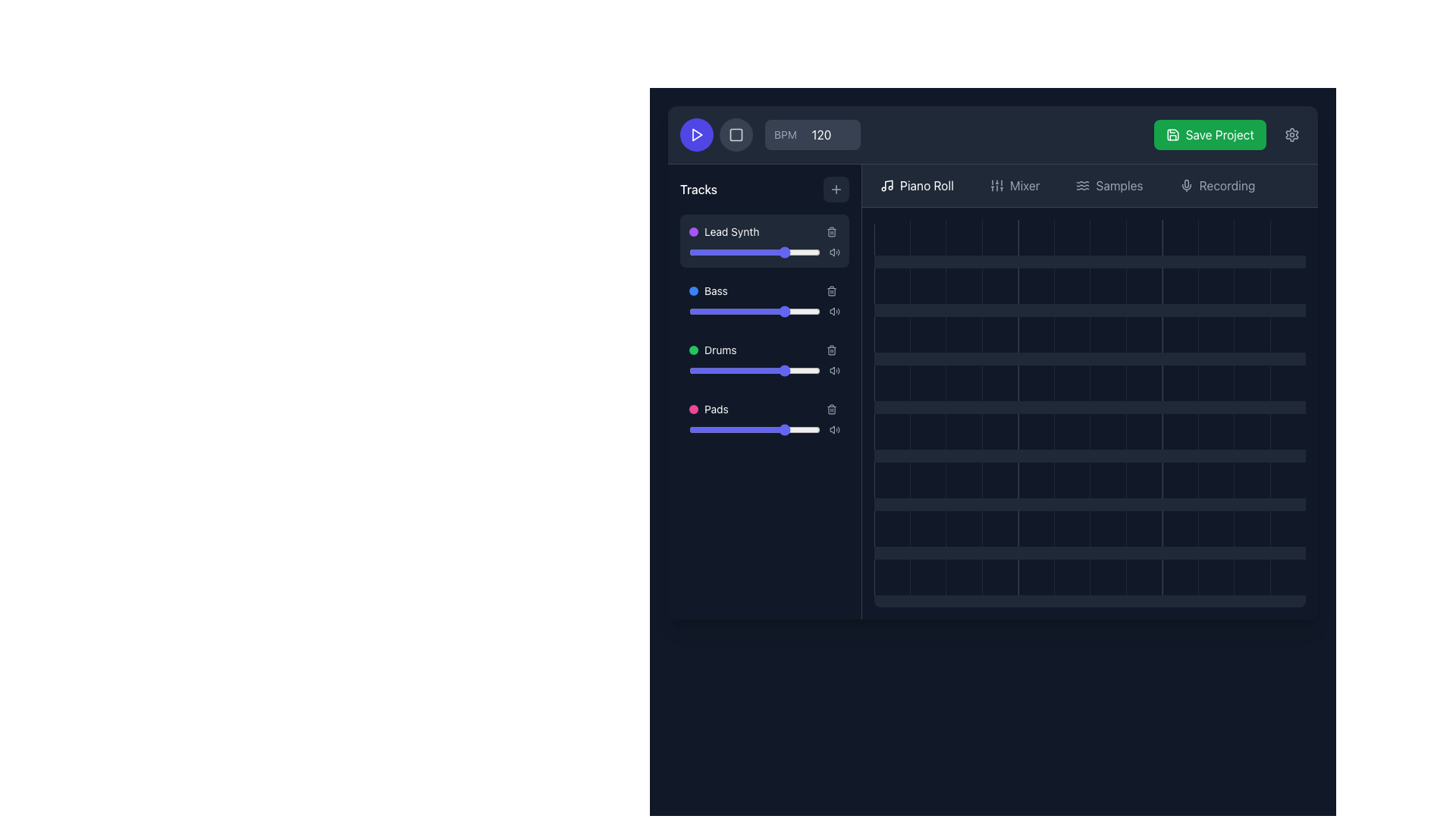  I want to click on the empty grid cell located in the bottom right corner of the grid layout, which has a dark gray background and no visible decorations, so click(1287, 528).